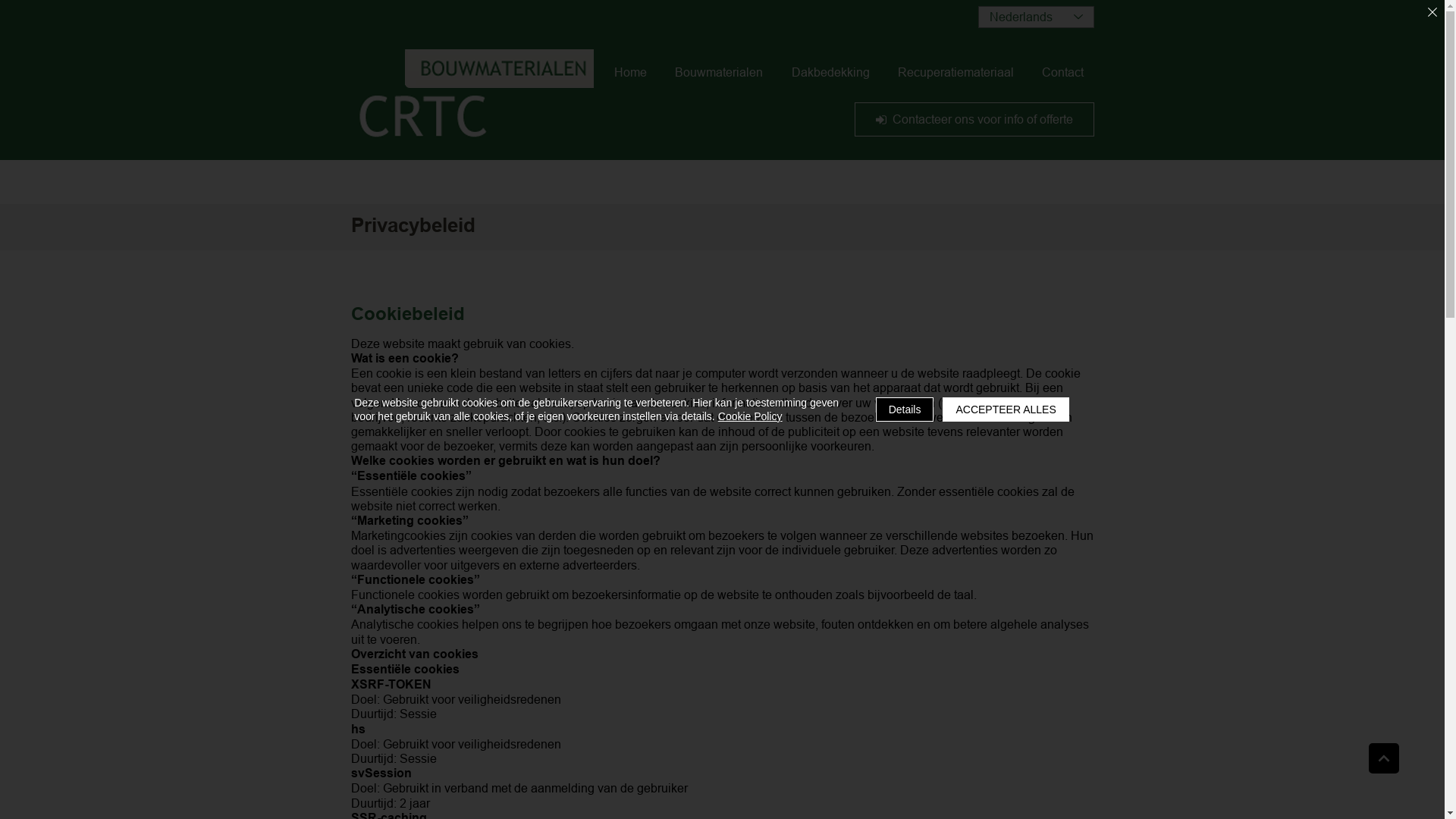 The image size is (1456, 819). What do you see at coordinates (829, 72) in the screenshot?
I see `'Dakbedekking'` at bounding box center [829, 72].